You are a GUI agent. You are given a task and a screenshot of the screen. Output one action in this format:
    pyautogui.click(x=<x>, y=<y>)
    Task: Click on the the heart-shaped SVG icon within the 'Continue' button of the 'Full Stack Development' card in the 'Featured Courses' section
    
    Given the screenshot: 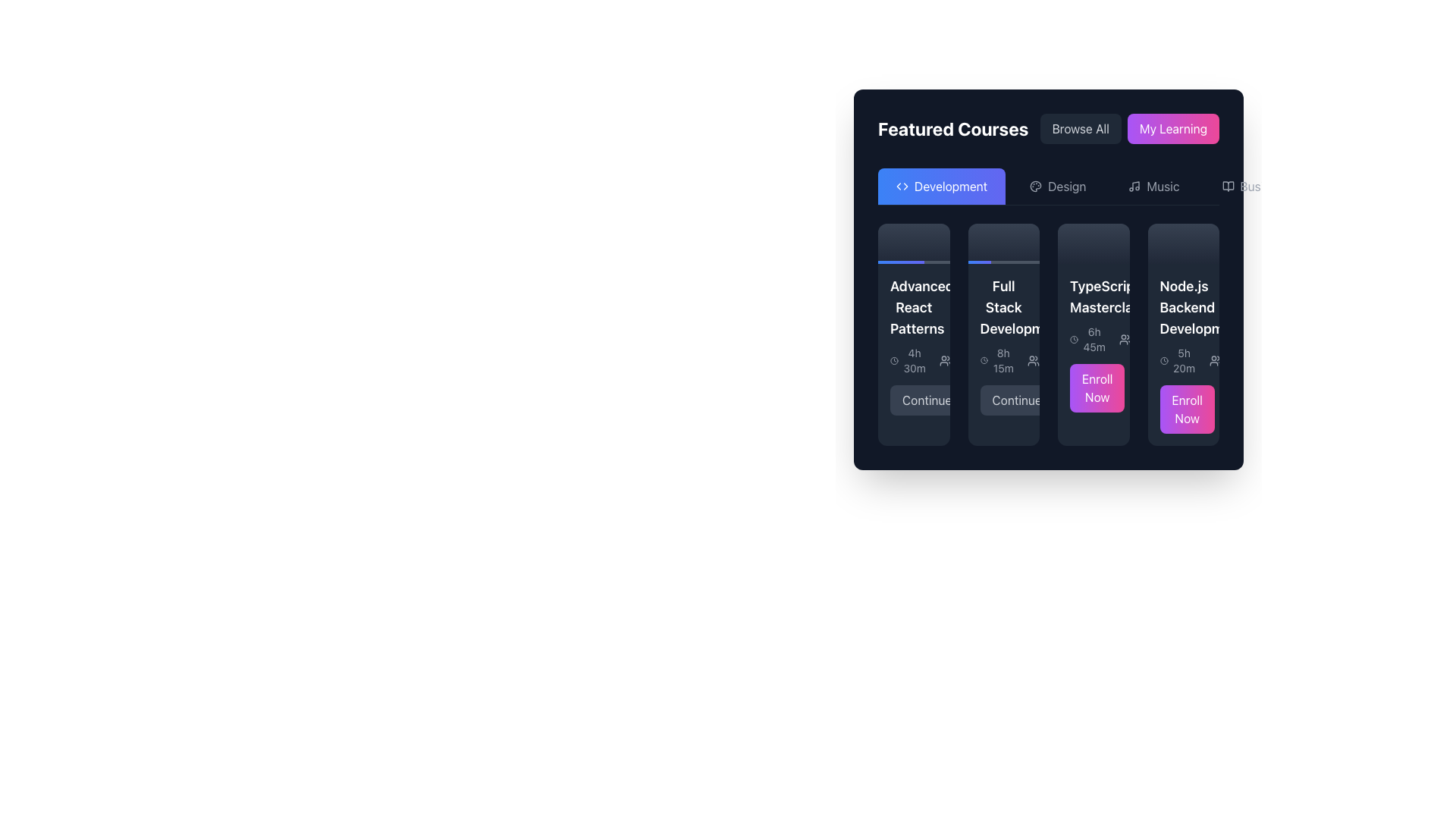 What is the action you would take?
    pyautogui.click(x=977, y=400)
    